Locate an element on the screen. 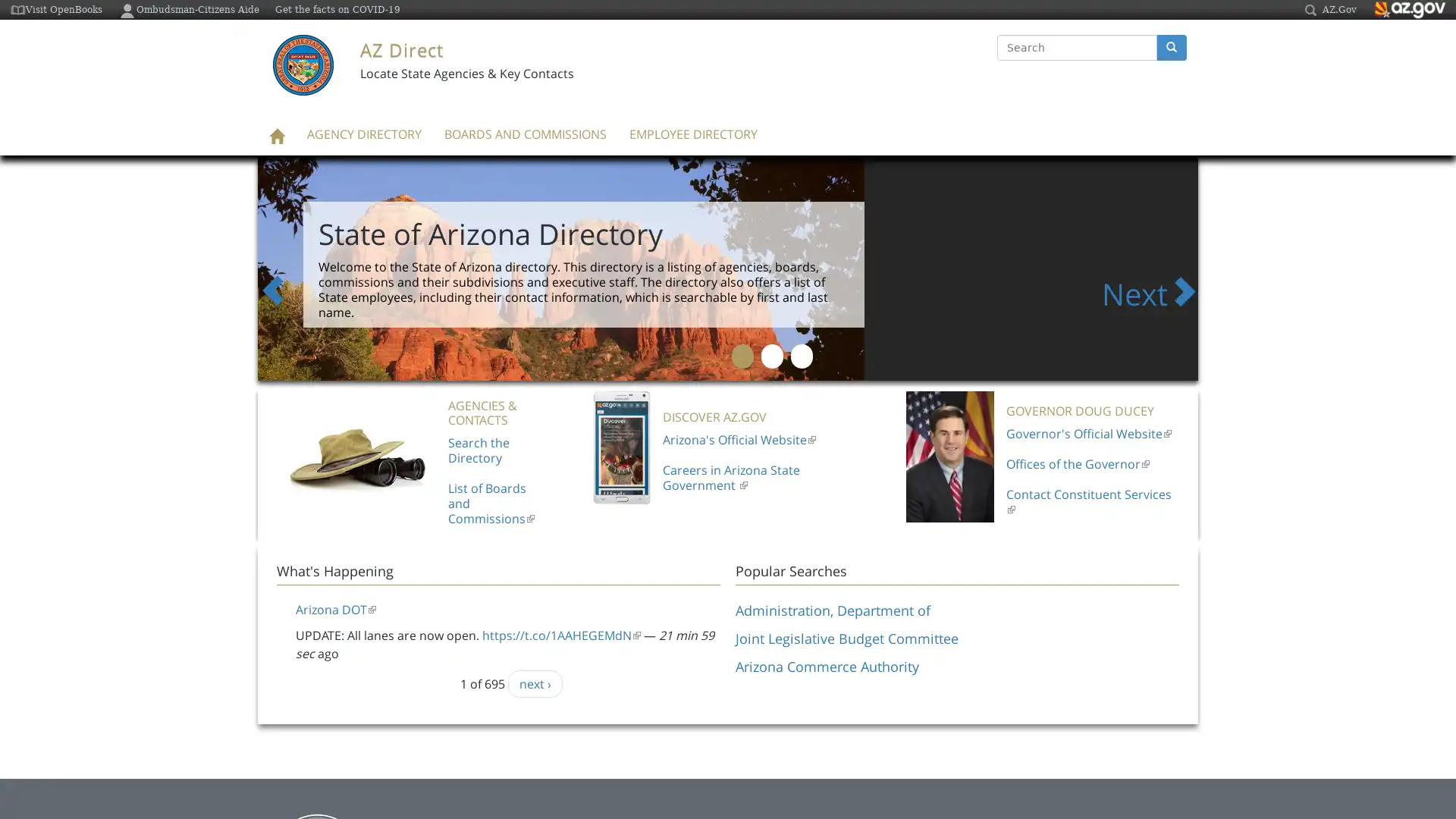 This screenshot has width=1456, height=819. Search is located at coordinates (997, 61).